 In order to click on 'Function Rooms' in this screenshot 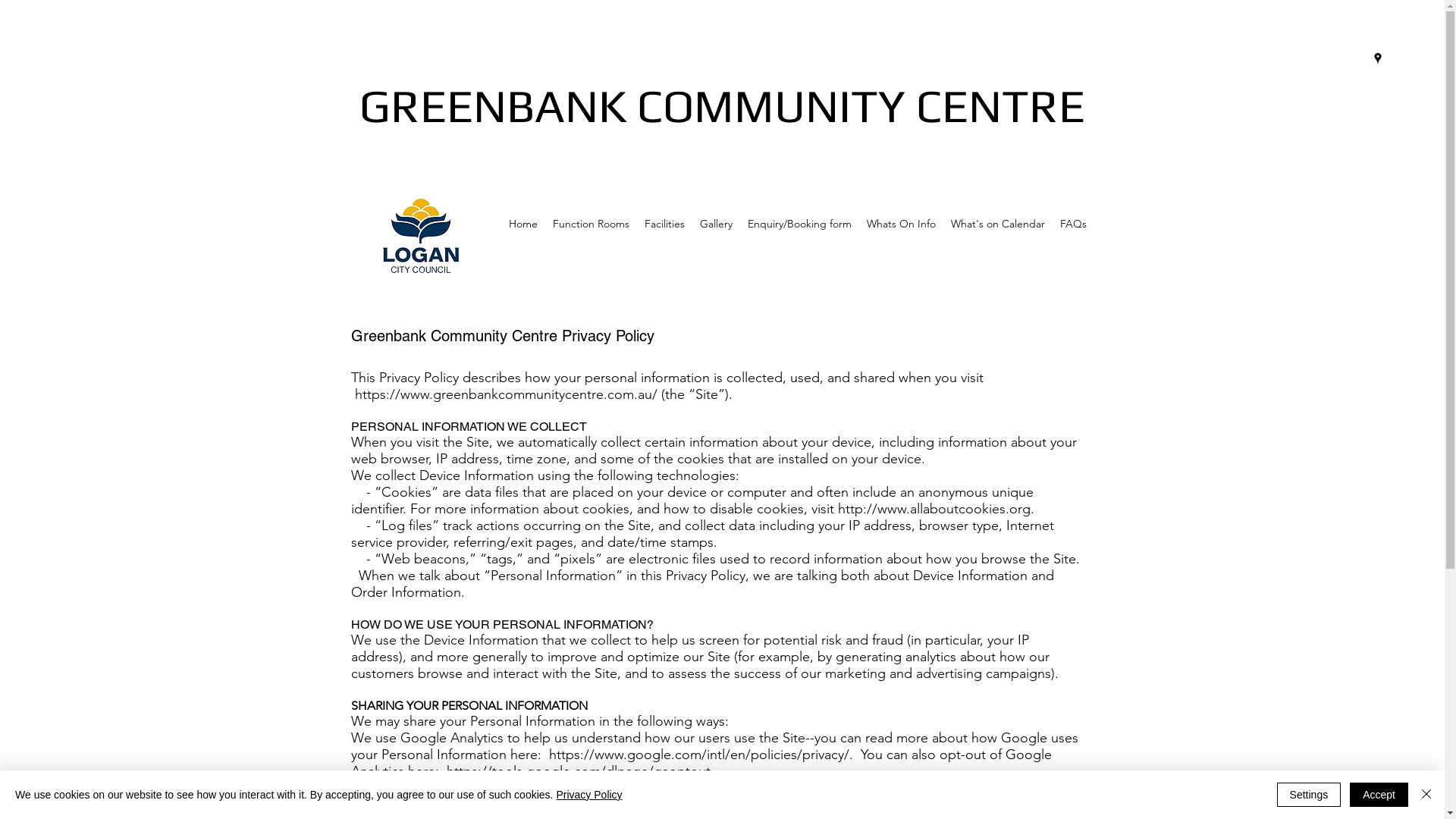, I will do `click(589, 223)`.